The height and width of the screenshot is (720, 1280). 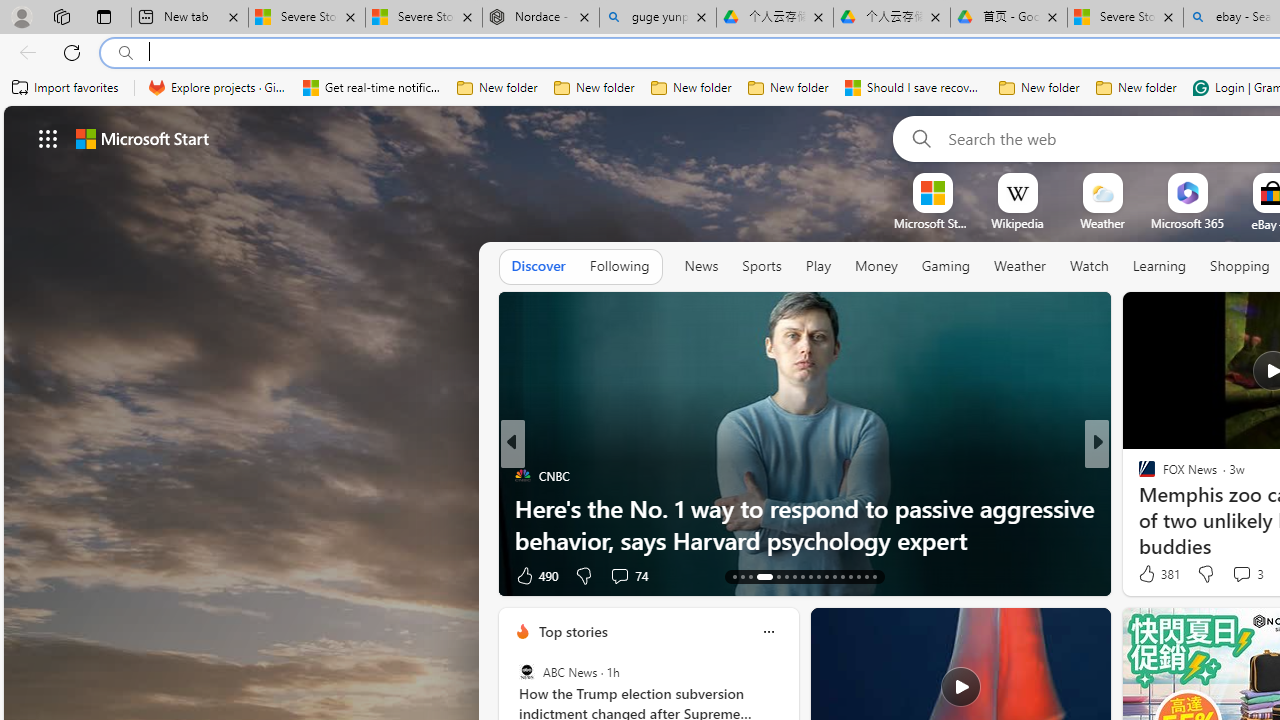 What do you see at coordinates (912, 87) in the screenshot?
I see `'Should I save recovered Word documents? - Microsoft Support'` at bounding box center [912, 87].